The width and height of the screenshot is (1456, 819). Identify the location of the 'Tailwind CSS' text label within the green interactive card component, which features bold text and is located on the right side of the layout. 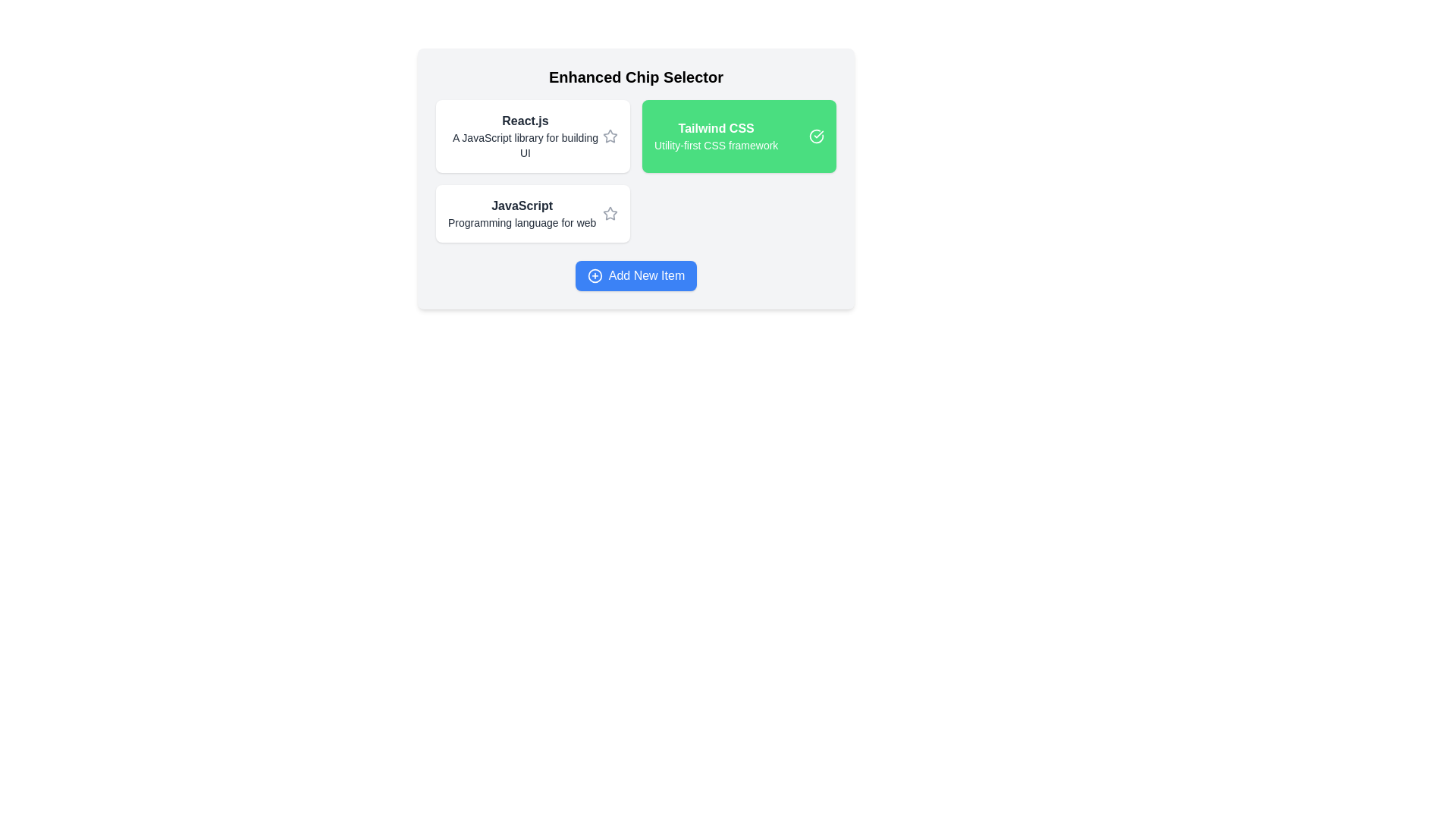
(715, 136).